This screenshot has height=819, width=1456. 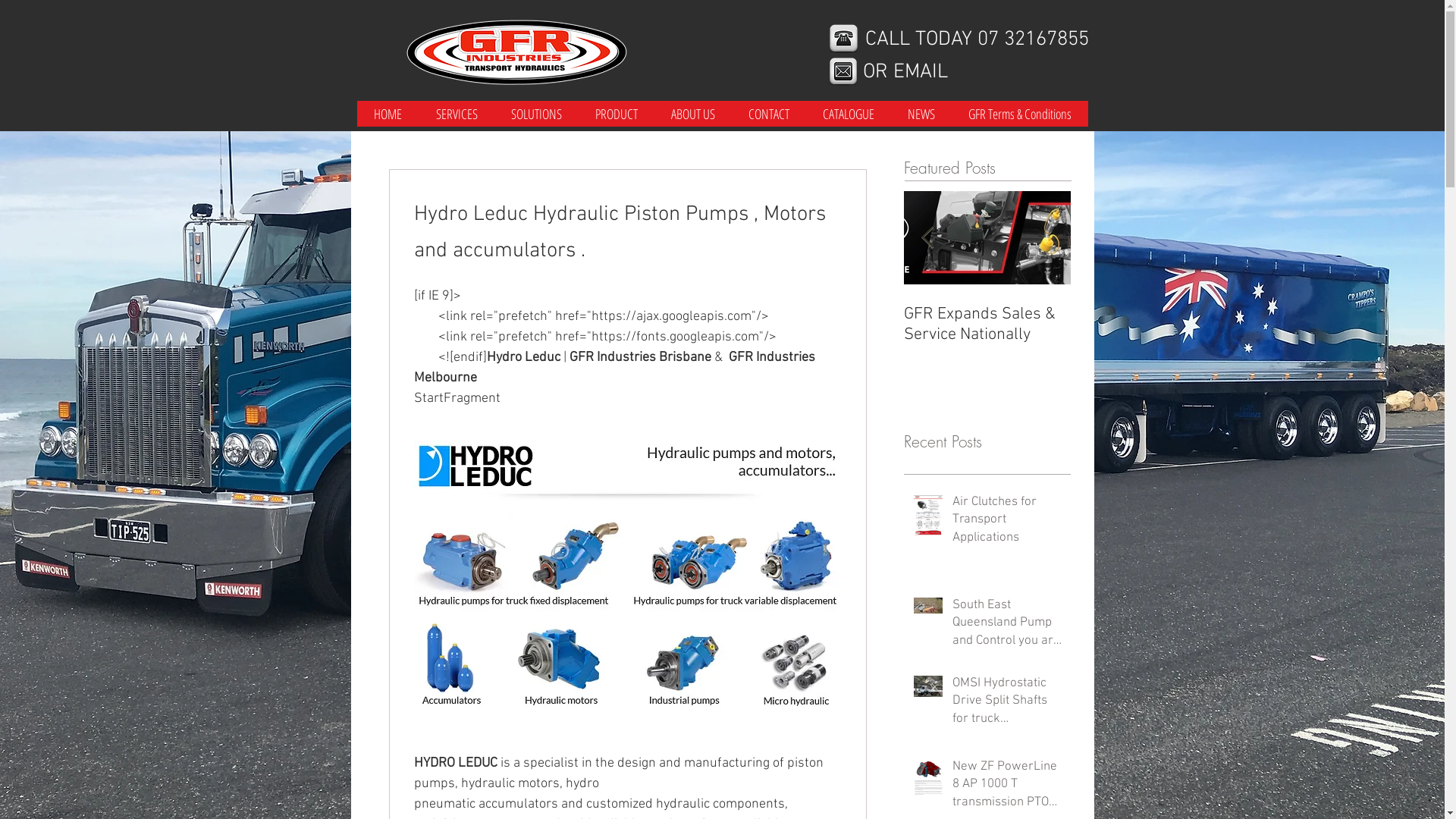 I want to click on 'CATALOGUE', so click(x=847, y=113).